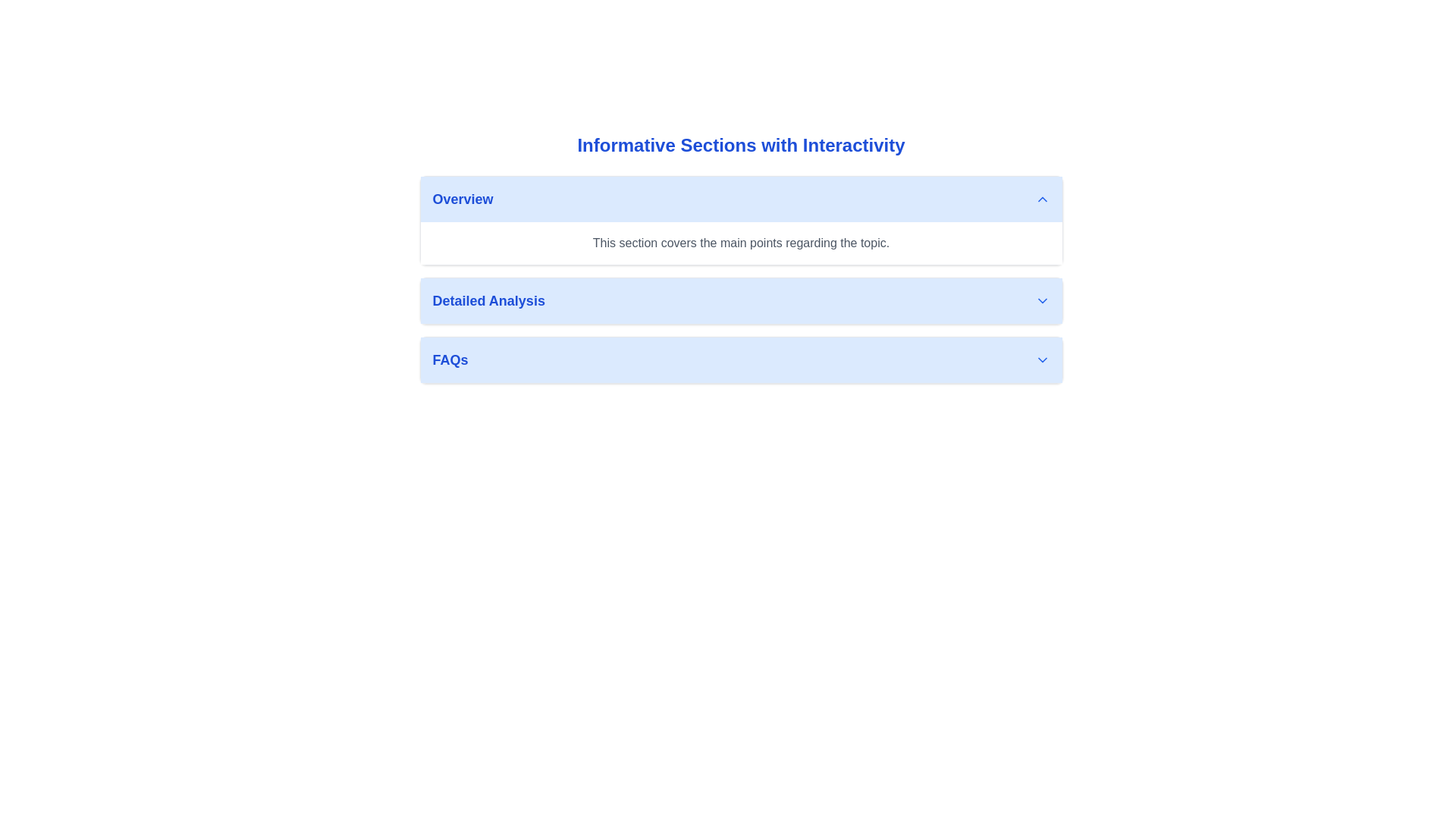 The image size is (1456, 819). I want to click on 'FAQs' text label located on the left side of the interface, below the 'Detailed Analysis' section, so click(450, 359).